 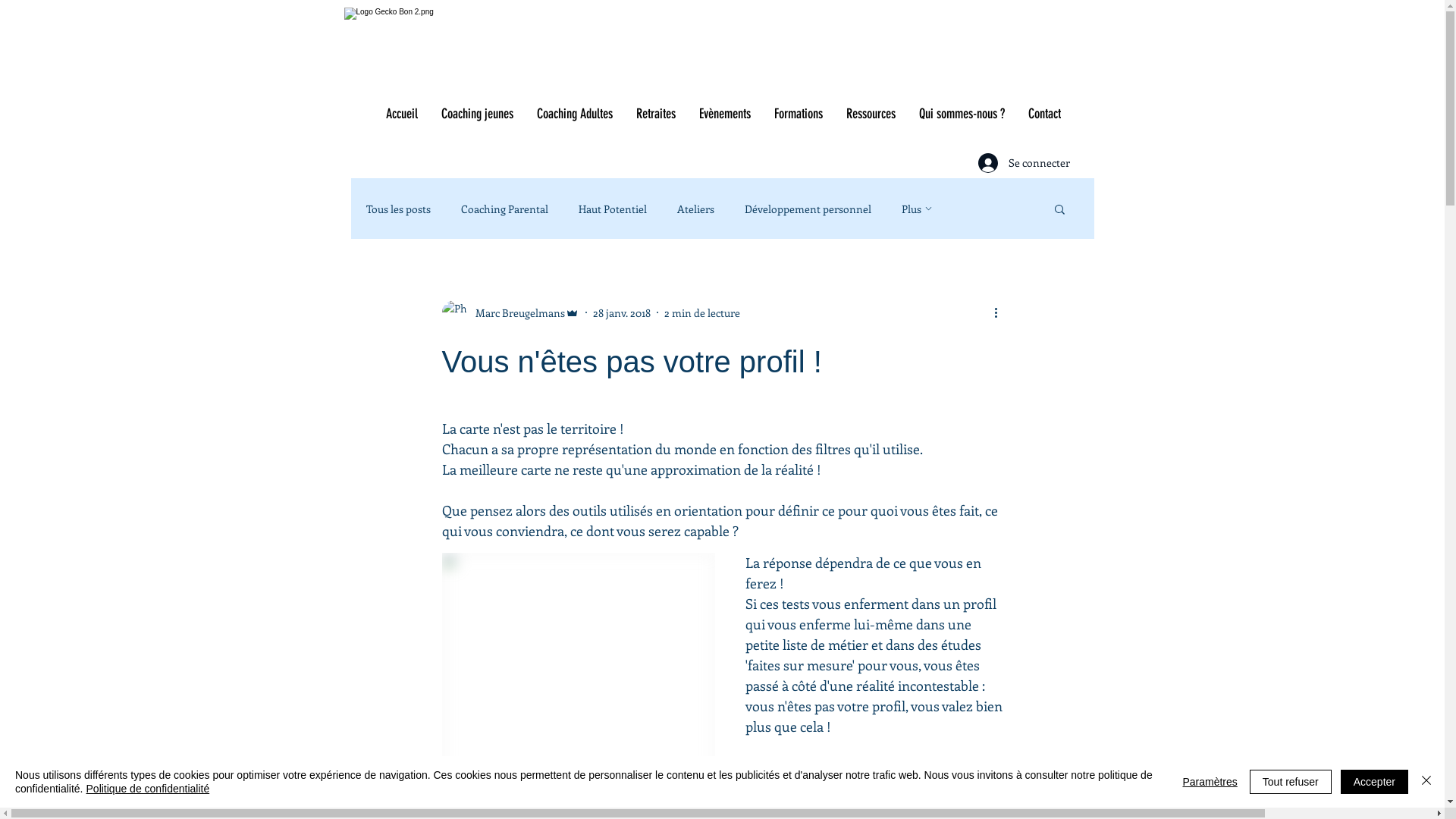 I want to click on 'Accueil', so click(x=400, y=113).